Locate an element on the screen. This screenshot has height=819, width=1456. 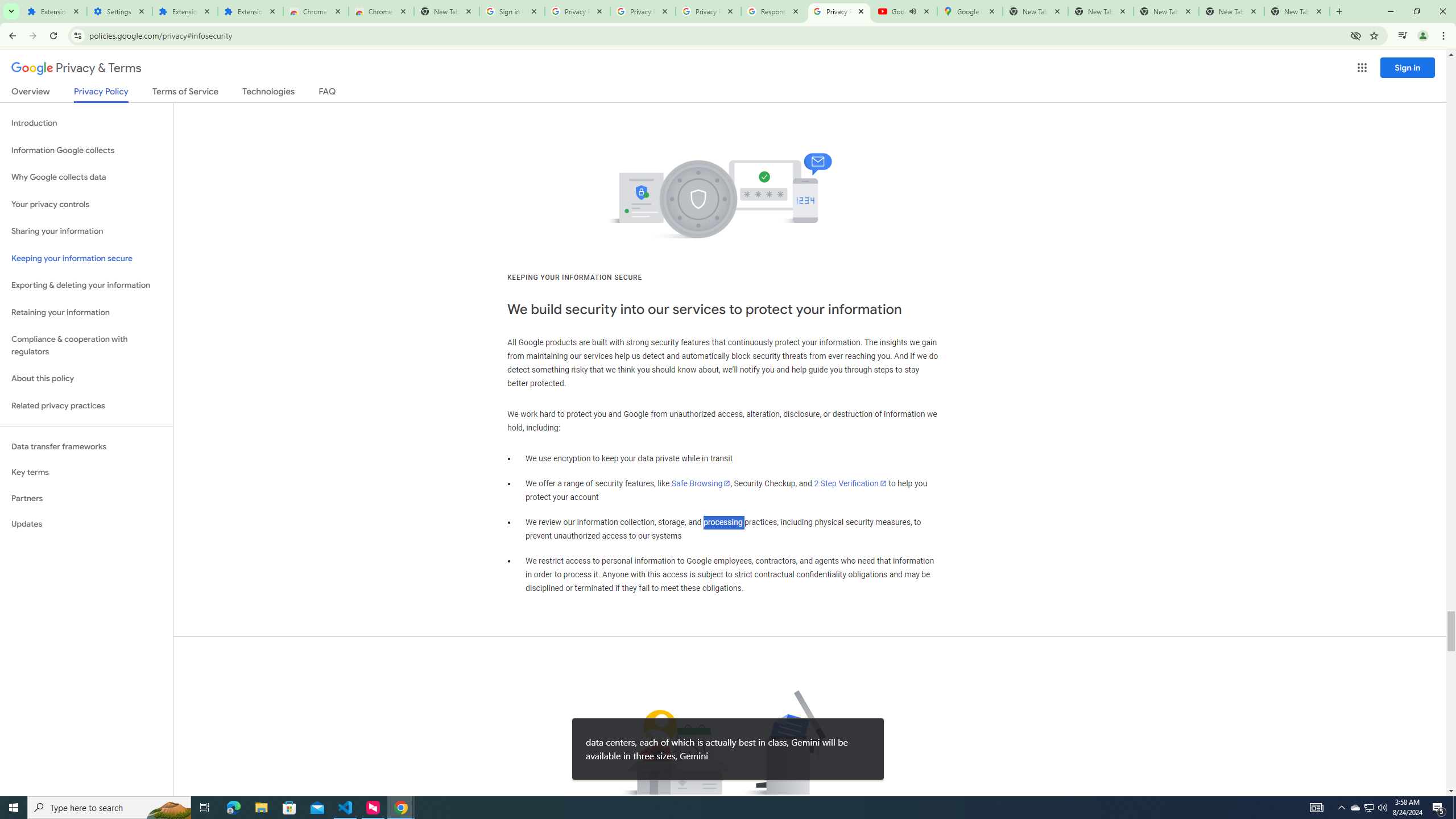
'Information Google collects' is located at coordinates (86, 150).